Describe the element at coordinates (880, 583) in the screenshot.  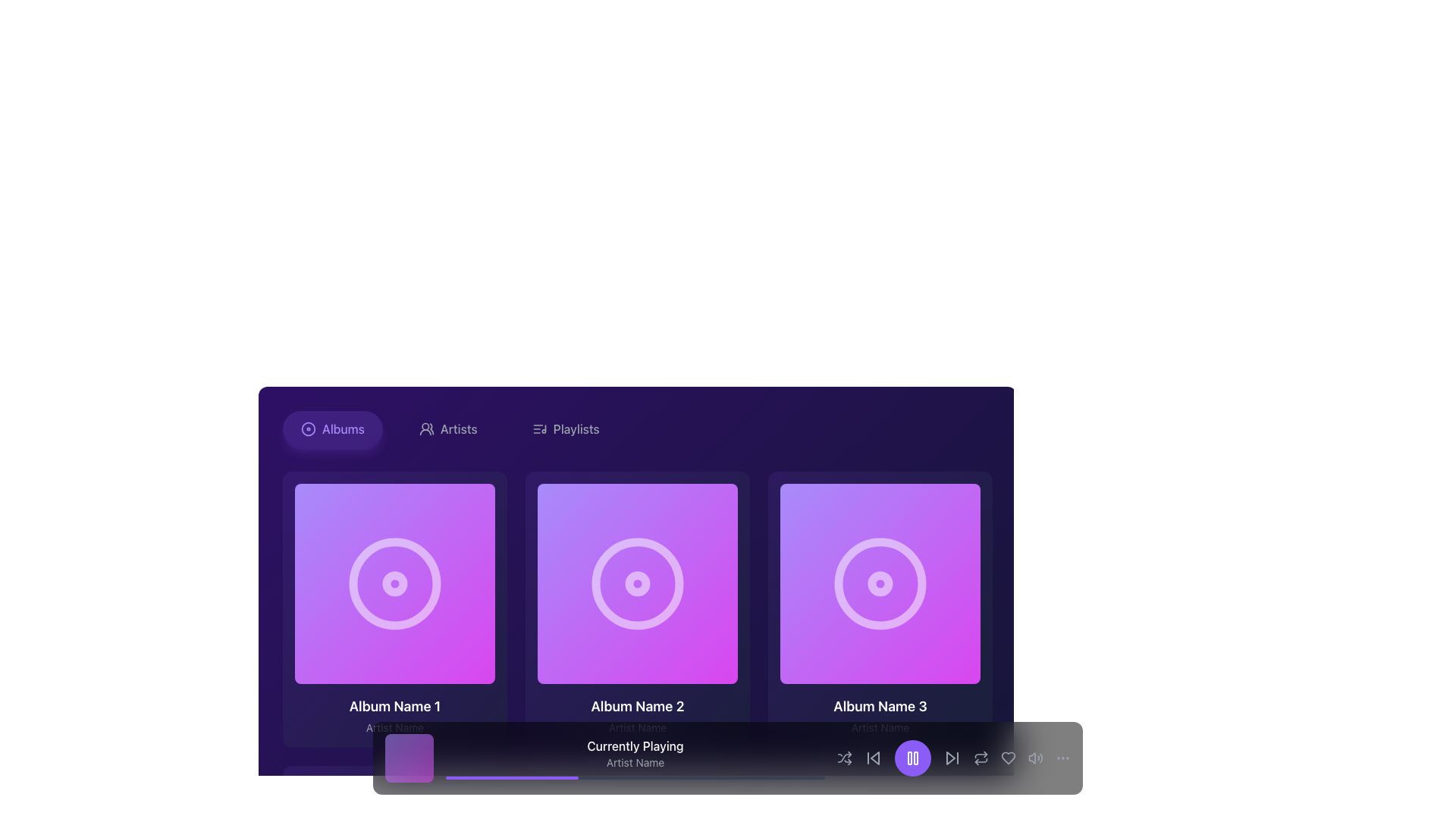
I see `the clickable interactive media object (album cover) featuring a gradient background and a play button` at that location.